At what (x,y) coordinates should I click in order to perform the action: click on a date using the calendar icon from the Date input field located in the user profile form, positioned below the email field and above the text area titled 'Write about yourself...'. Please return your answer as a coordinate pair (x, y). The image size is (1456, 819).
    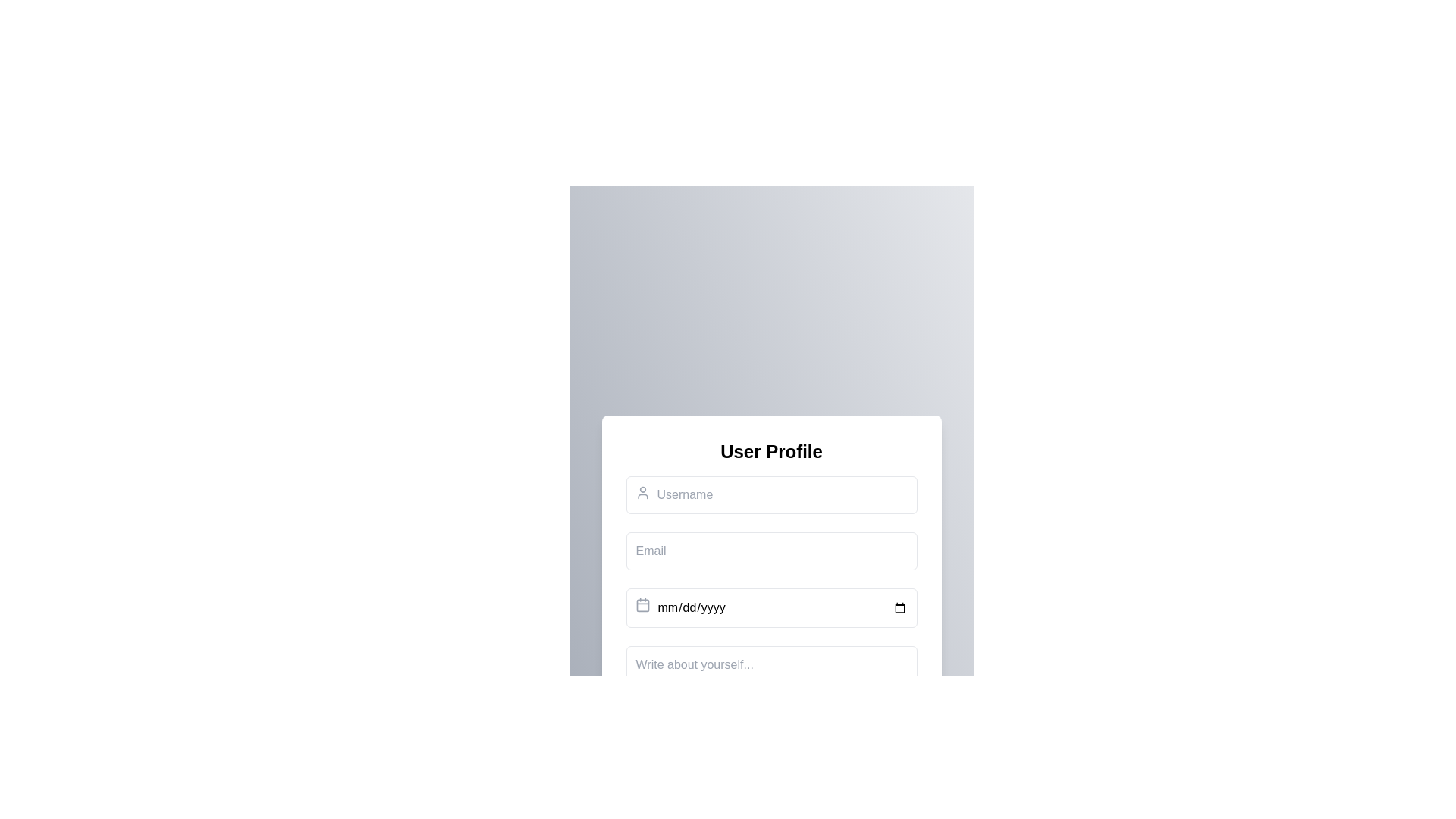
    Looking at the image, I should click on (771, 607).